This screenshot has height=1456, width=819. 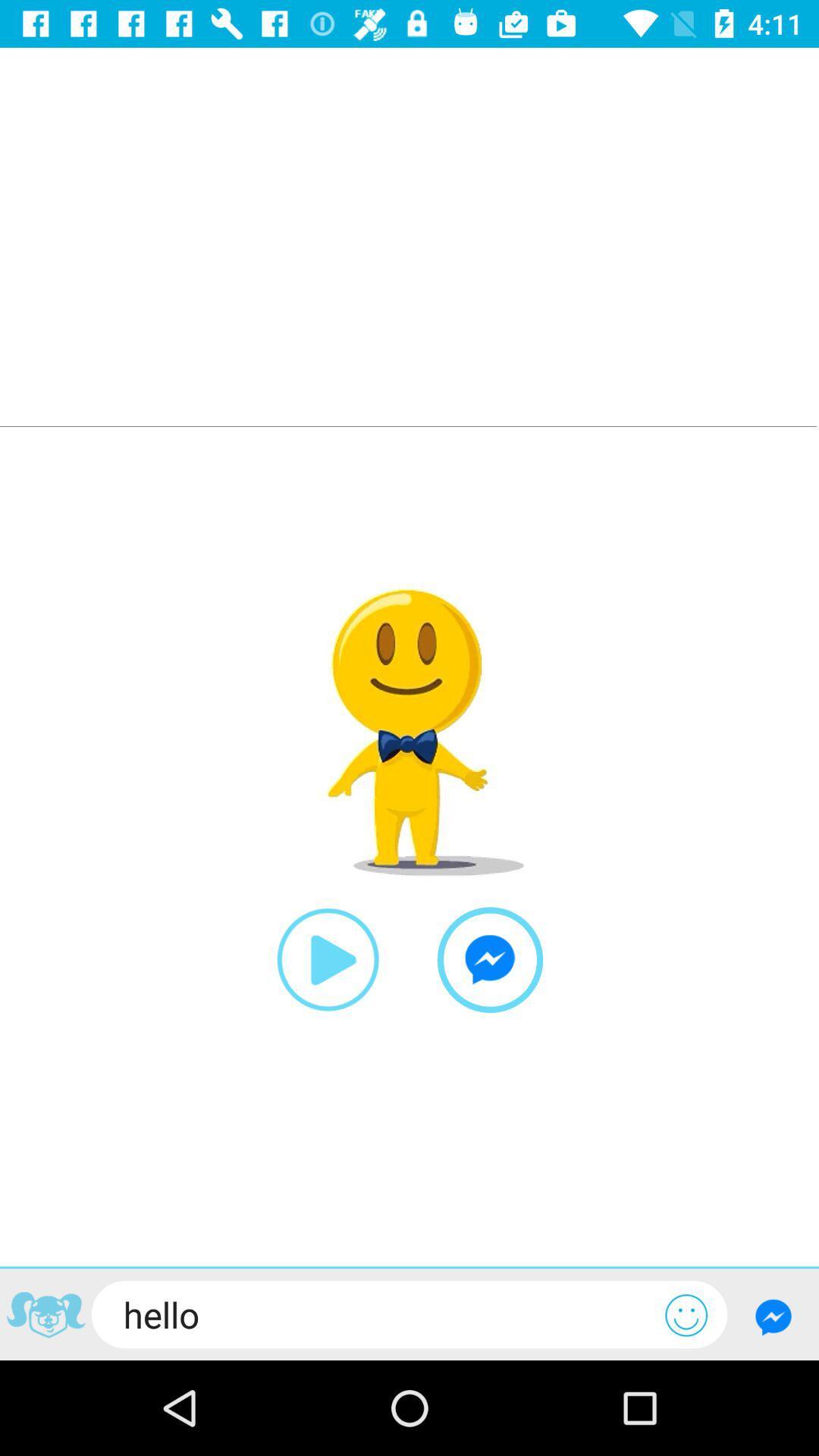 I want to click on messenger chat, so click(x=773, y=1316).